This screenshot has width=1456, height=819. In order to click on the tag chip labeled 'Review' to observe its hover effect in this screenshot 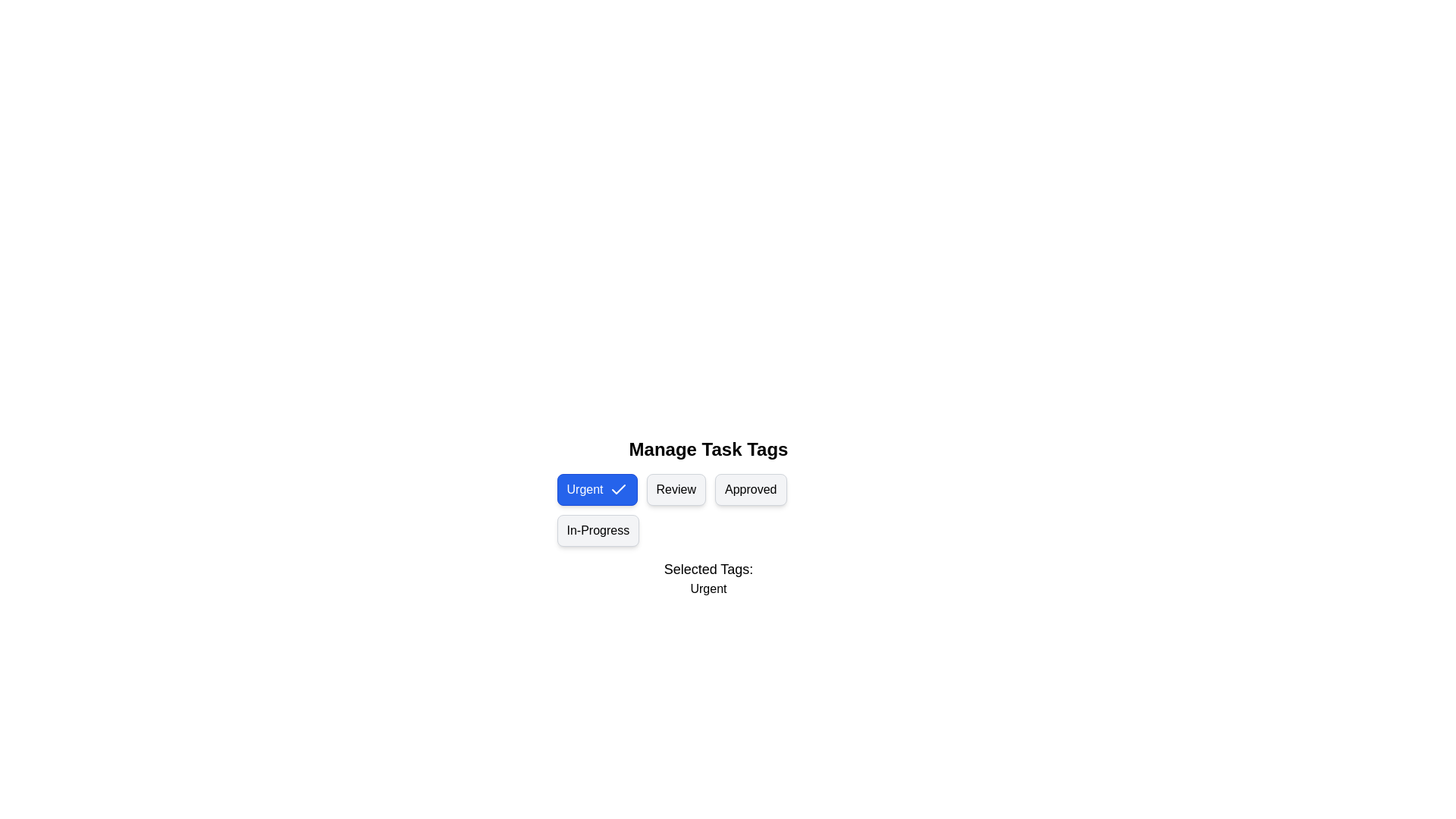, I will do `click(675, 489)`.